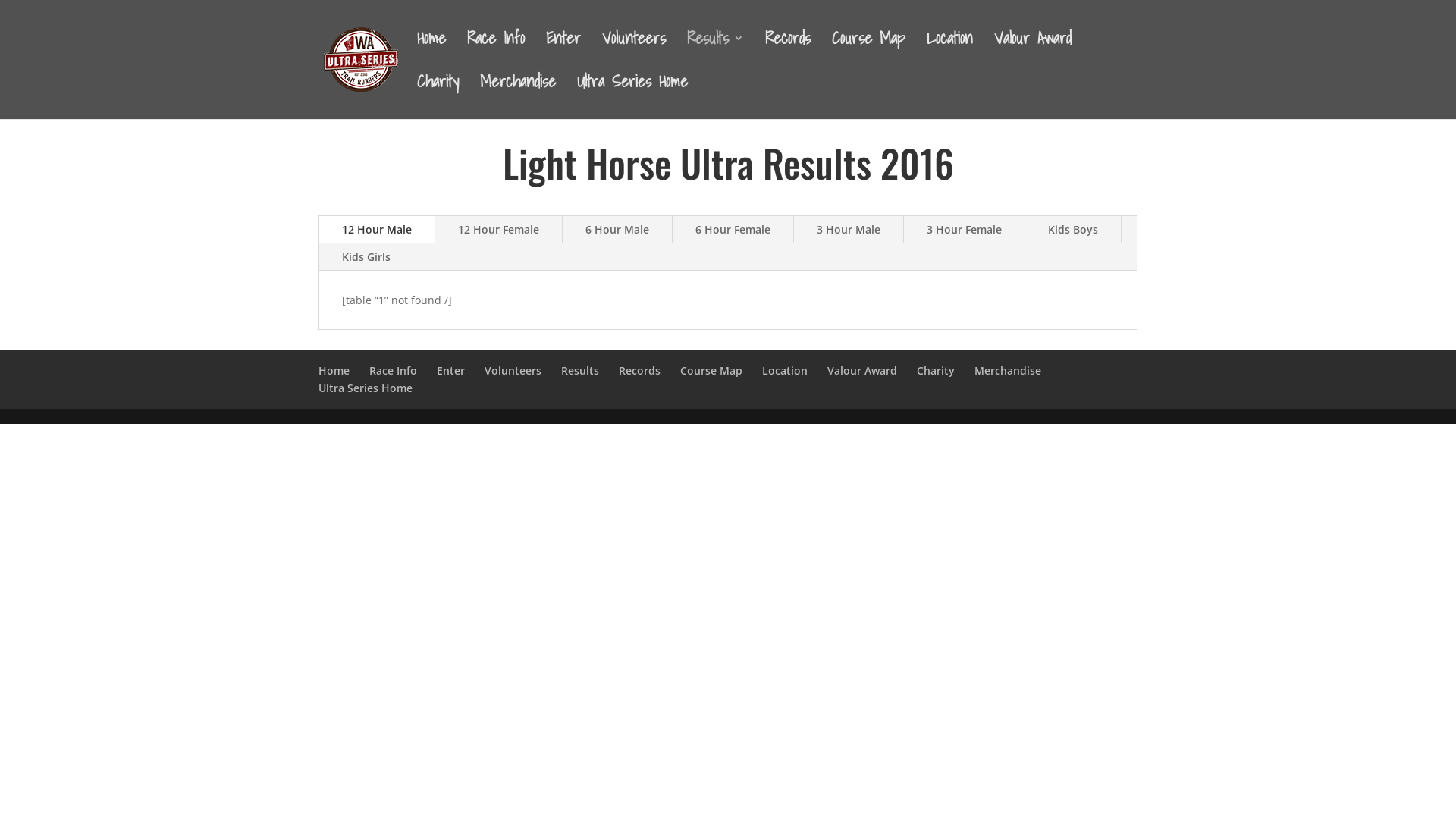  Describe the element at coordinates (785, 370) in the screenshot. I see `'Location'` at that location.